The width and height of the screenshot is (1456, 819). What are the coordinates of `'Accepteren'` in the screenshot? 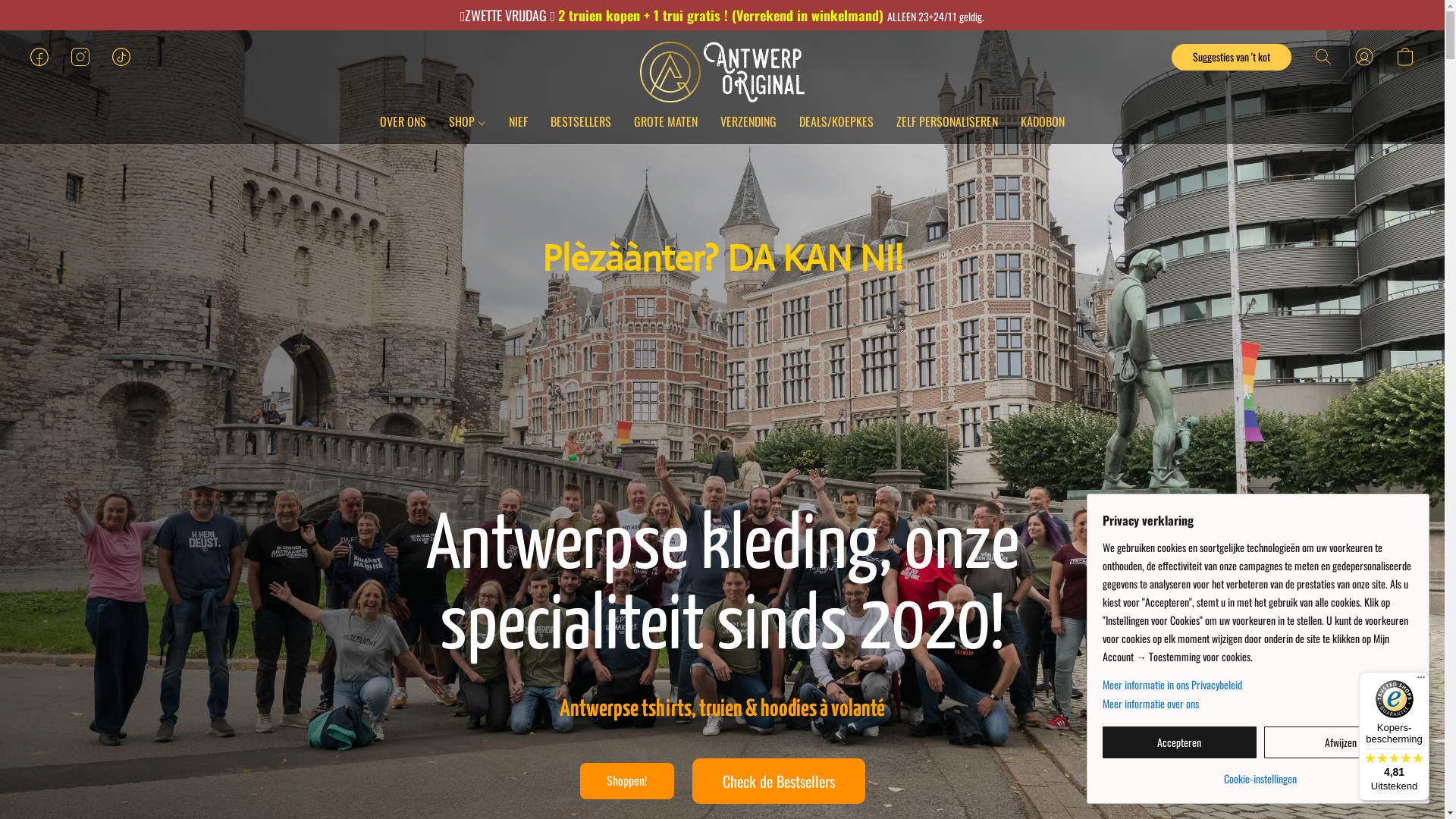 It's located at (1178, 742).